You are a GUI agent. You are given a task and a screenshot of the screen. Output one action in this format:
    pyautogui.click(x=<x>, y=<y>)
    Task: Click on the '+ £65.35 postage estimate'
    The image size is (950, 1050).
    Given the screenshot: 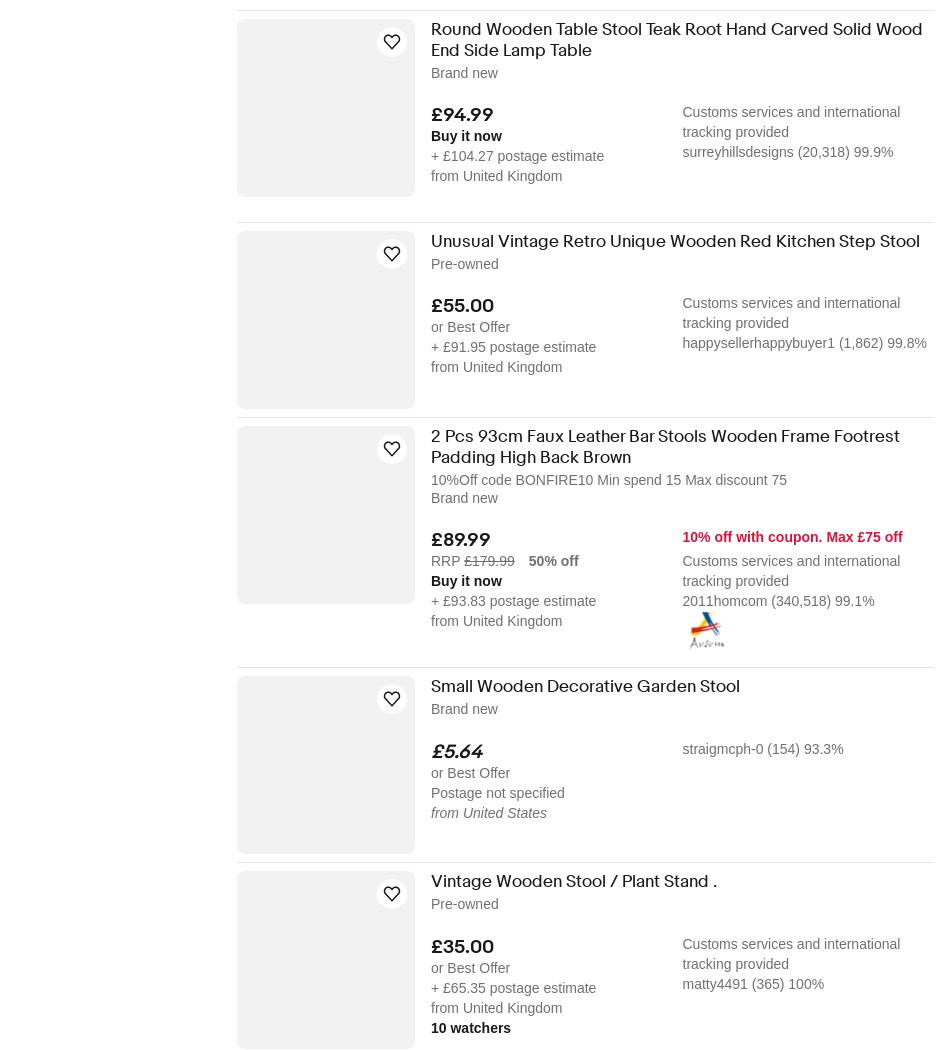 What is the action you would take?
    pyautogui.click(x=513, y=987)
    